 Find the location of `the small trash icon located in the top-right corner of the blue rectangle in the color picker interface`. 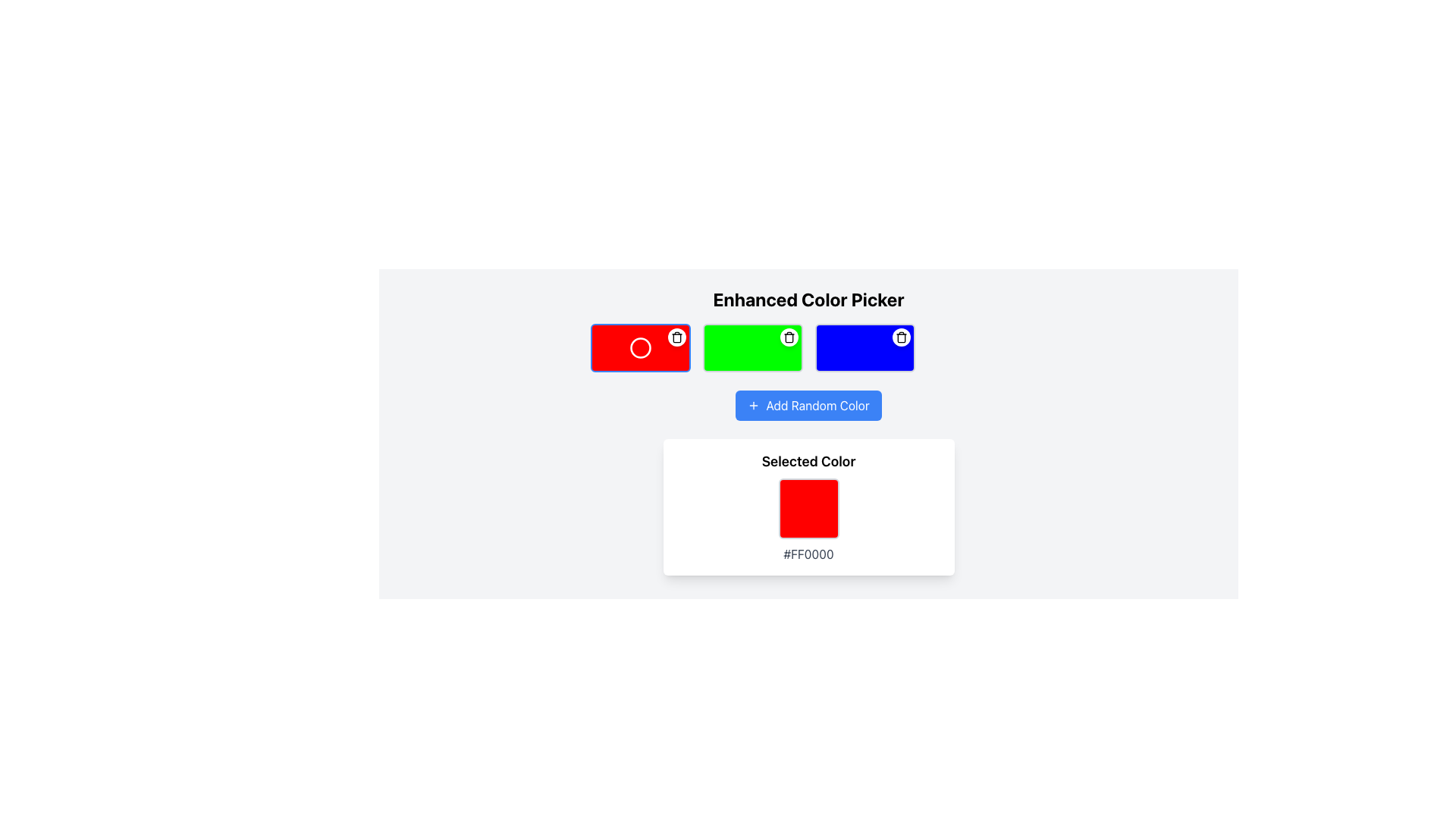

the small trash icon located in the top-right corner of the blue rectangle in the color picker interface is located at coordinates (901, 336).